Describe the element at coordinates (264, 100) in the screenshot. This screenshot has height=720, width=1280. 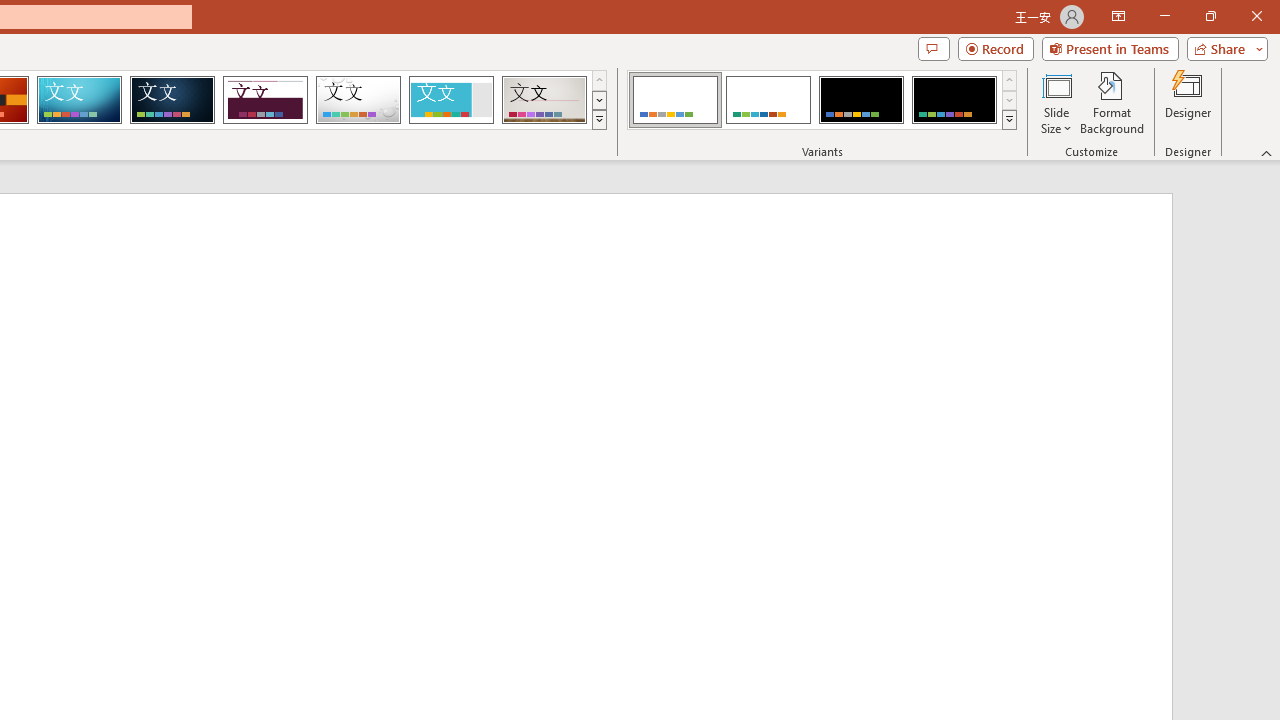
I see `'Dividend Loading Preview...'` at that location.